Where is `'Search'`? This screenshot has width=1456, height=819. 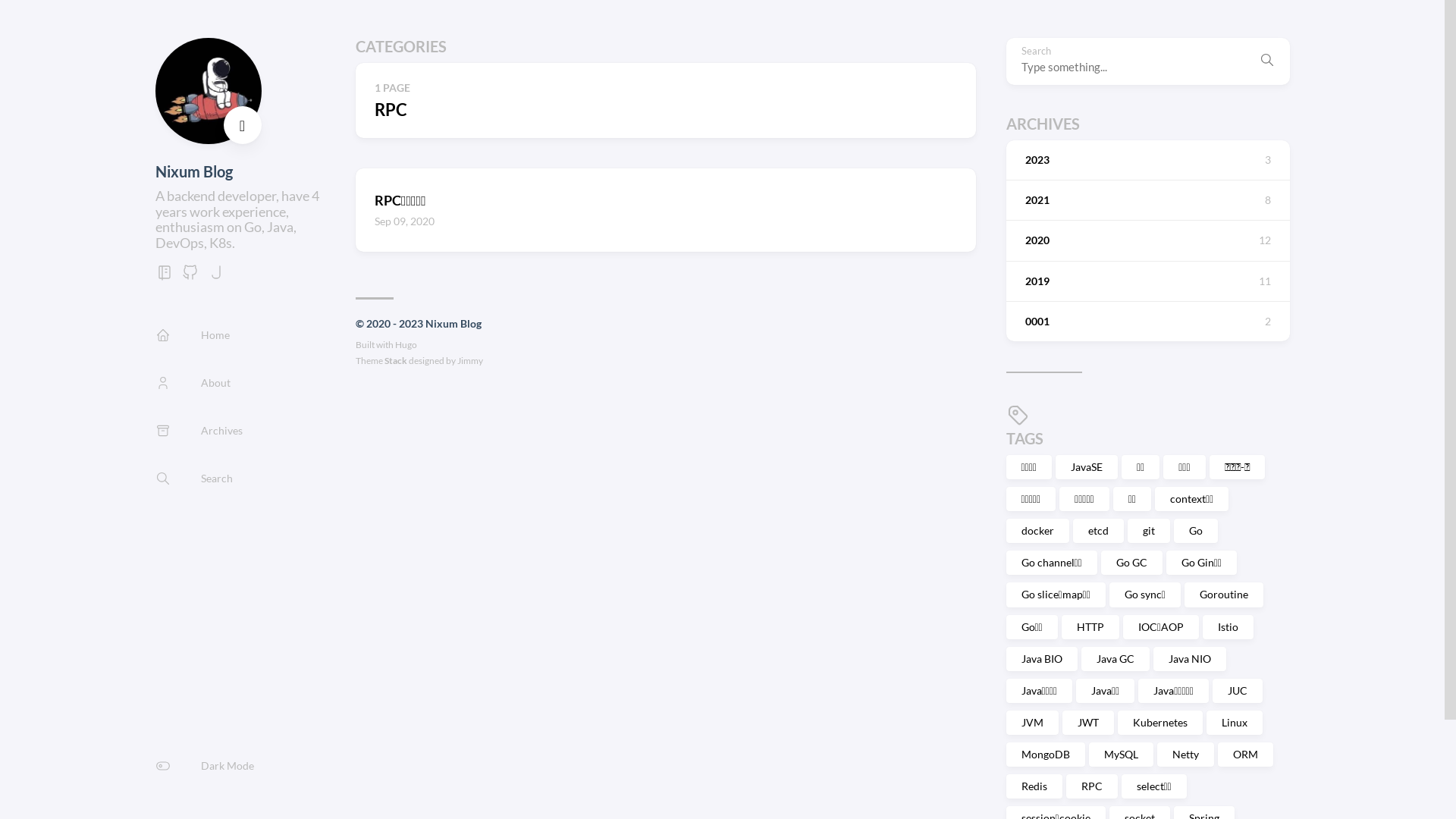 'Search' is located at coordinates (192, 478).